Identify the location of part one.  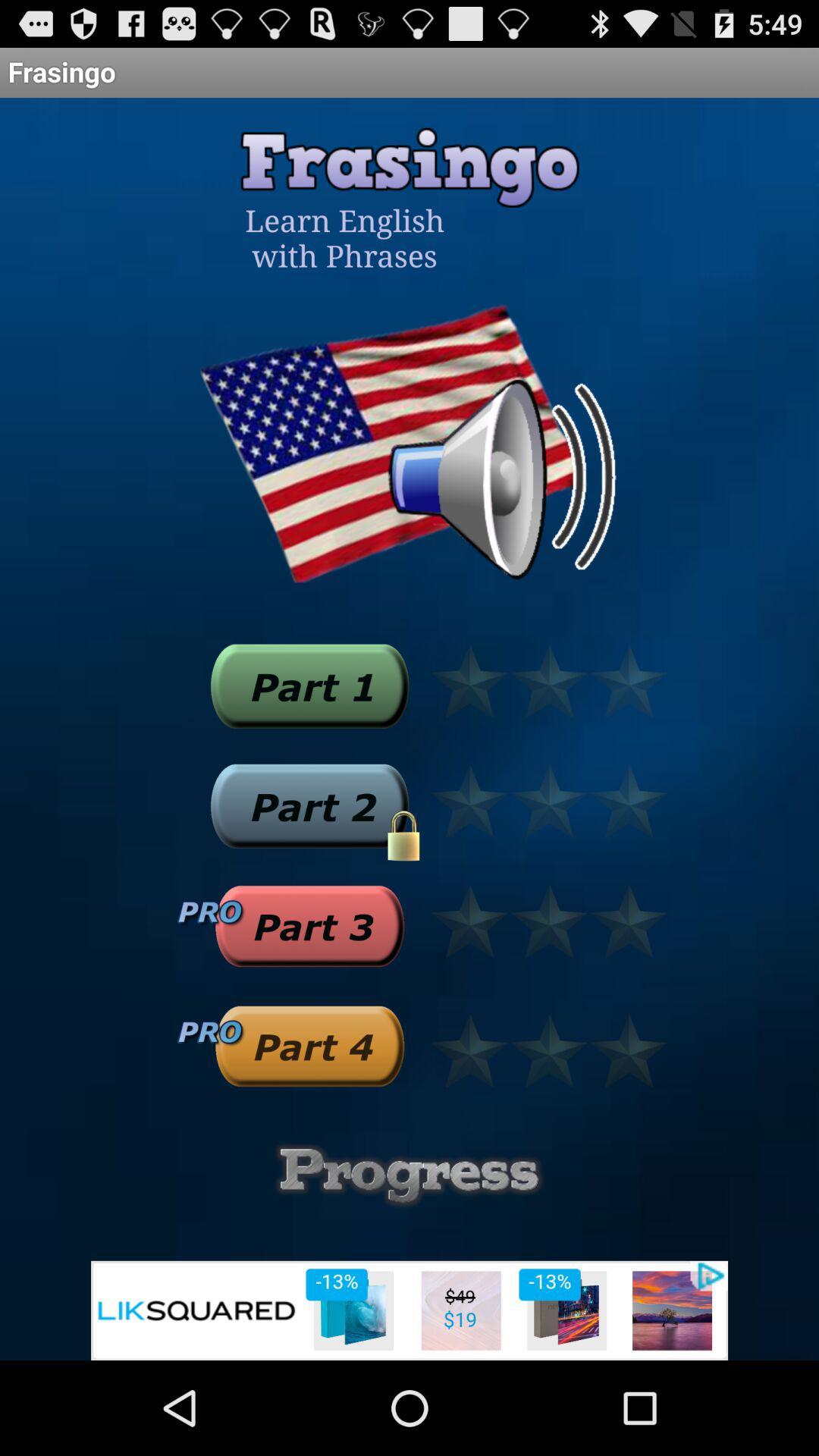
(309, 685).